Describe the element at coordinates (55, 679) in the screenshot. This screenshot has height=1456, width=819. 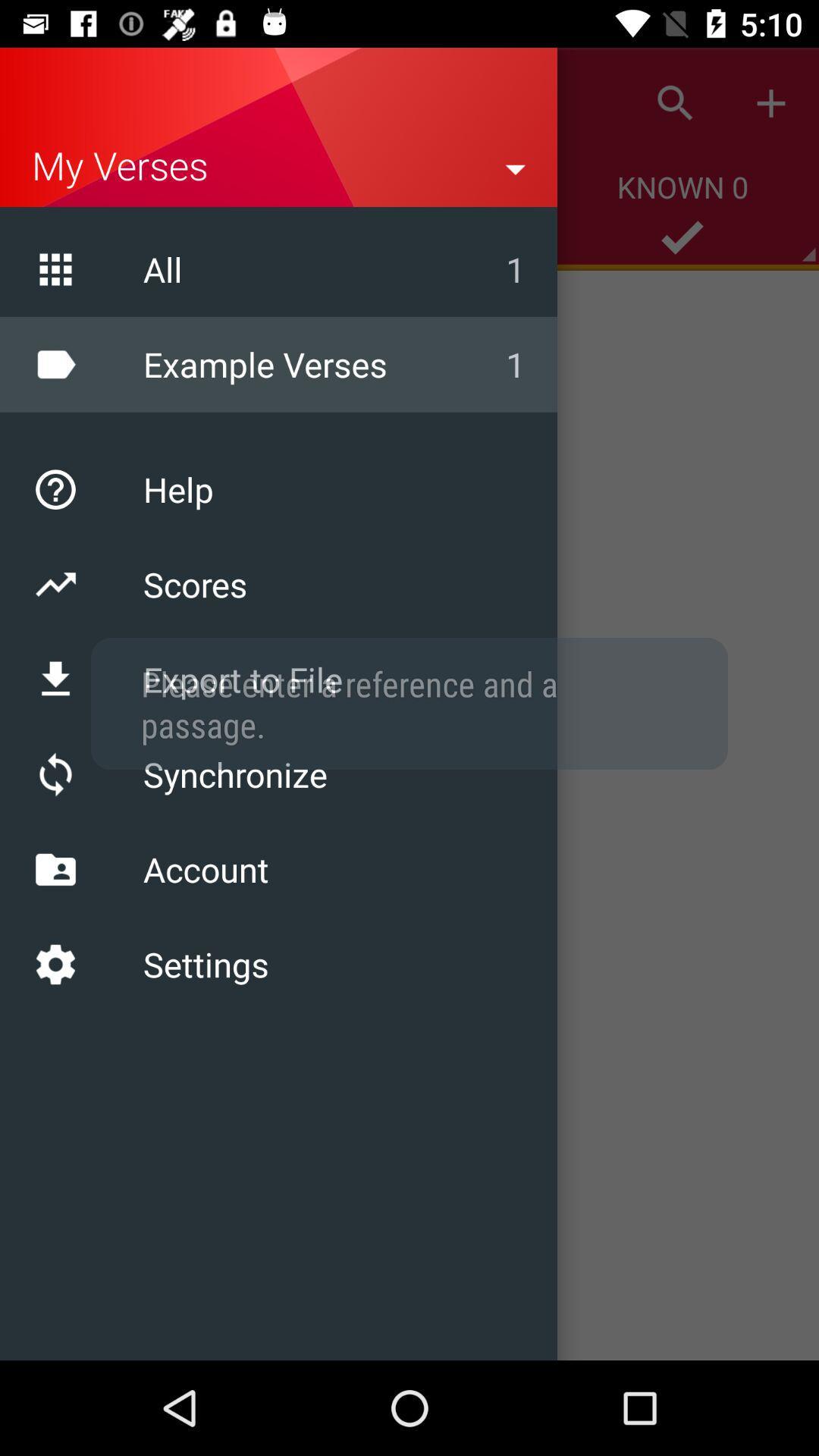
I see `download icon which is above refresh icon on the page` at that location.